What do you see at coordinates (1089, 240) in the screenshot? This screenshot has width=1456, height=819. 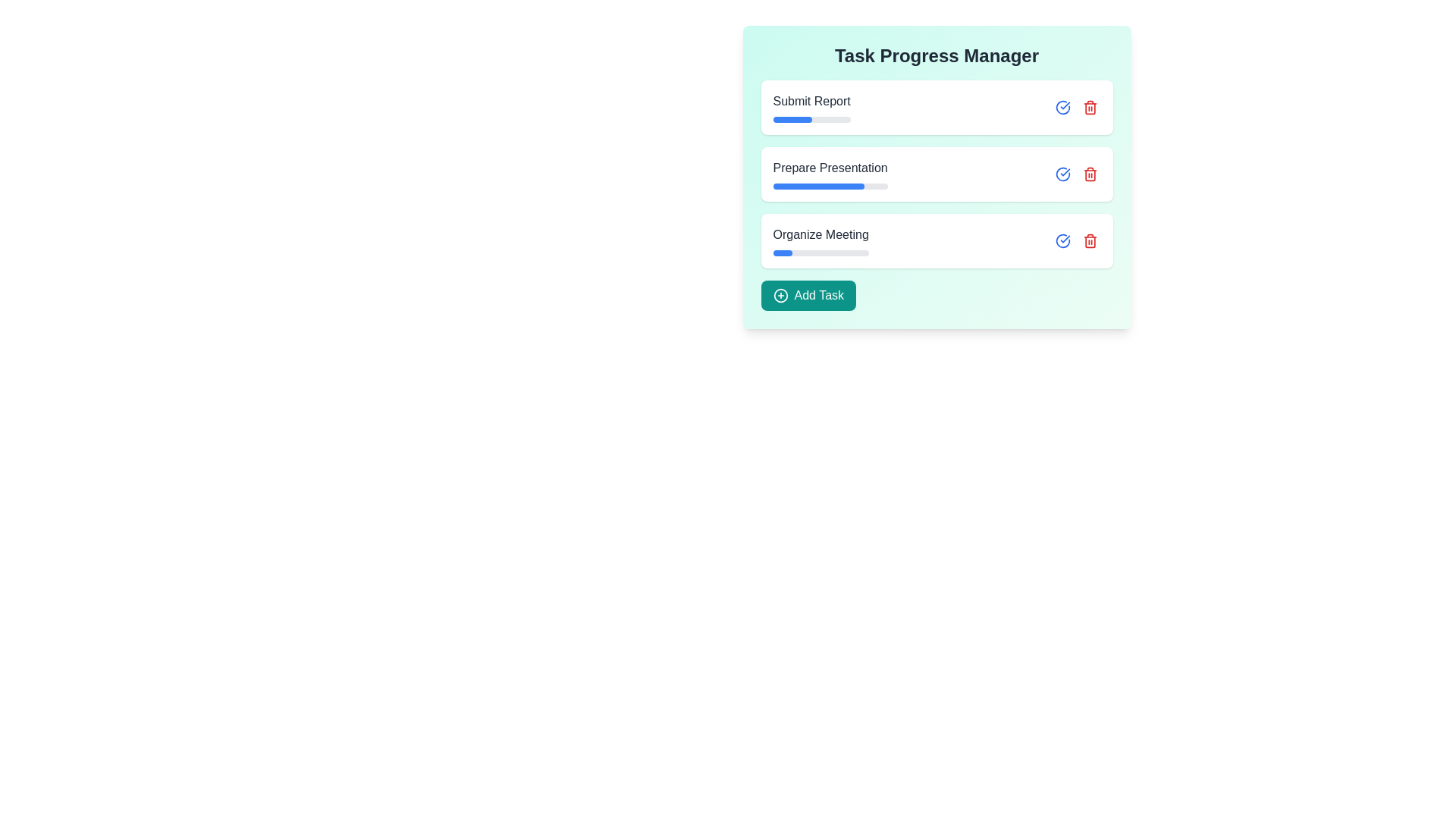 I see `the red trash icon associated with the task titled 'Organize Meeting' to remove it` at bounding box center [1089, 240].